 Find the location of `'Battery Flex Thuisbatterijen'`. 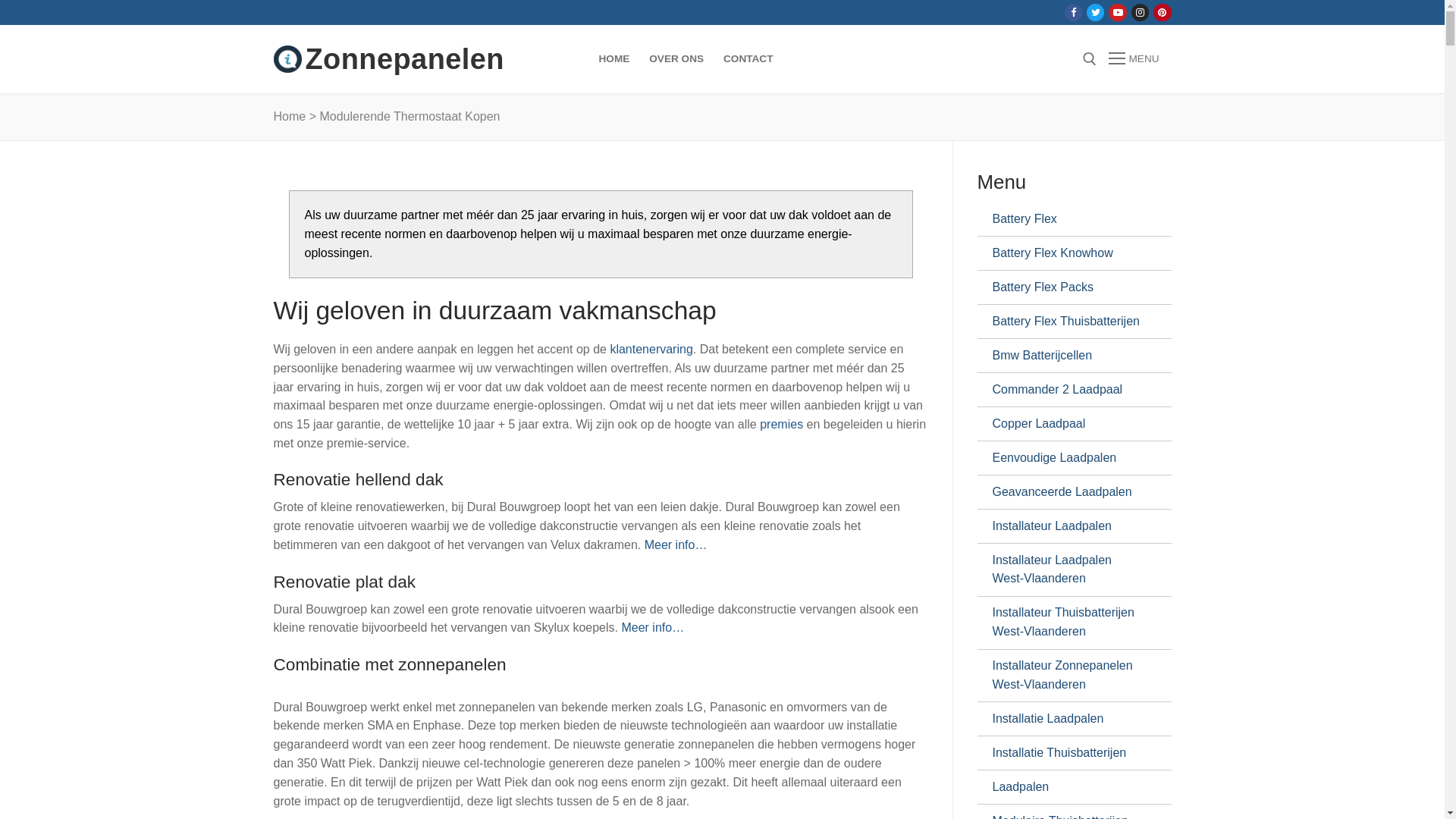

'Battery Flex Thuisbatterijen' is located at coordinates (1066, 321).